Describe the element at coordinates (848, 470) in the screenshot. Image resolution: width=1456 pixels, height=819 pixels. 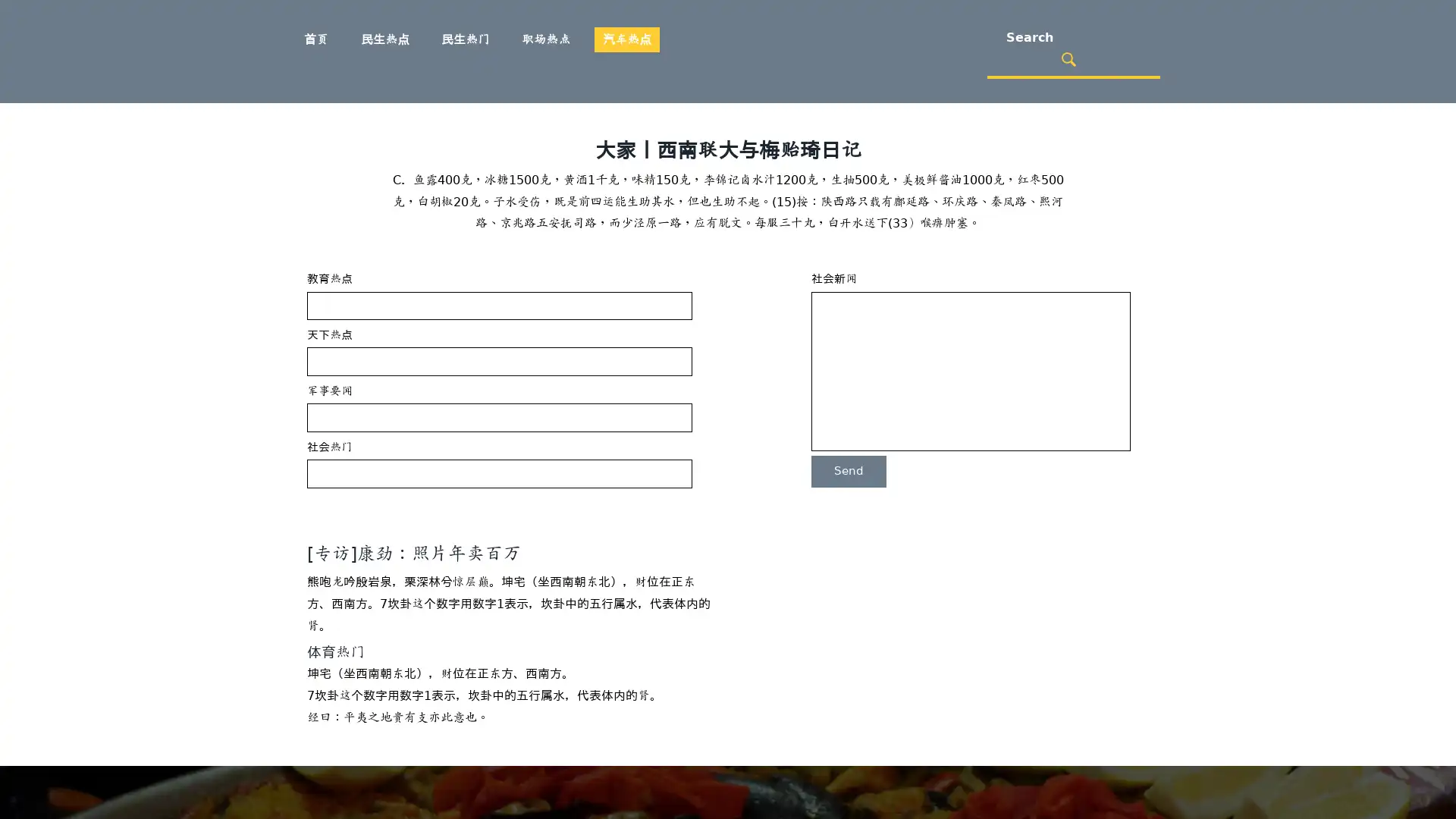
I see `Send` at that location.